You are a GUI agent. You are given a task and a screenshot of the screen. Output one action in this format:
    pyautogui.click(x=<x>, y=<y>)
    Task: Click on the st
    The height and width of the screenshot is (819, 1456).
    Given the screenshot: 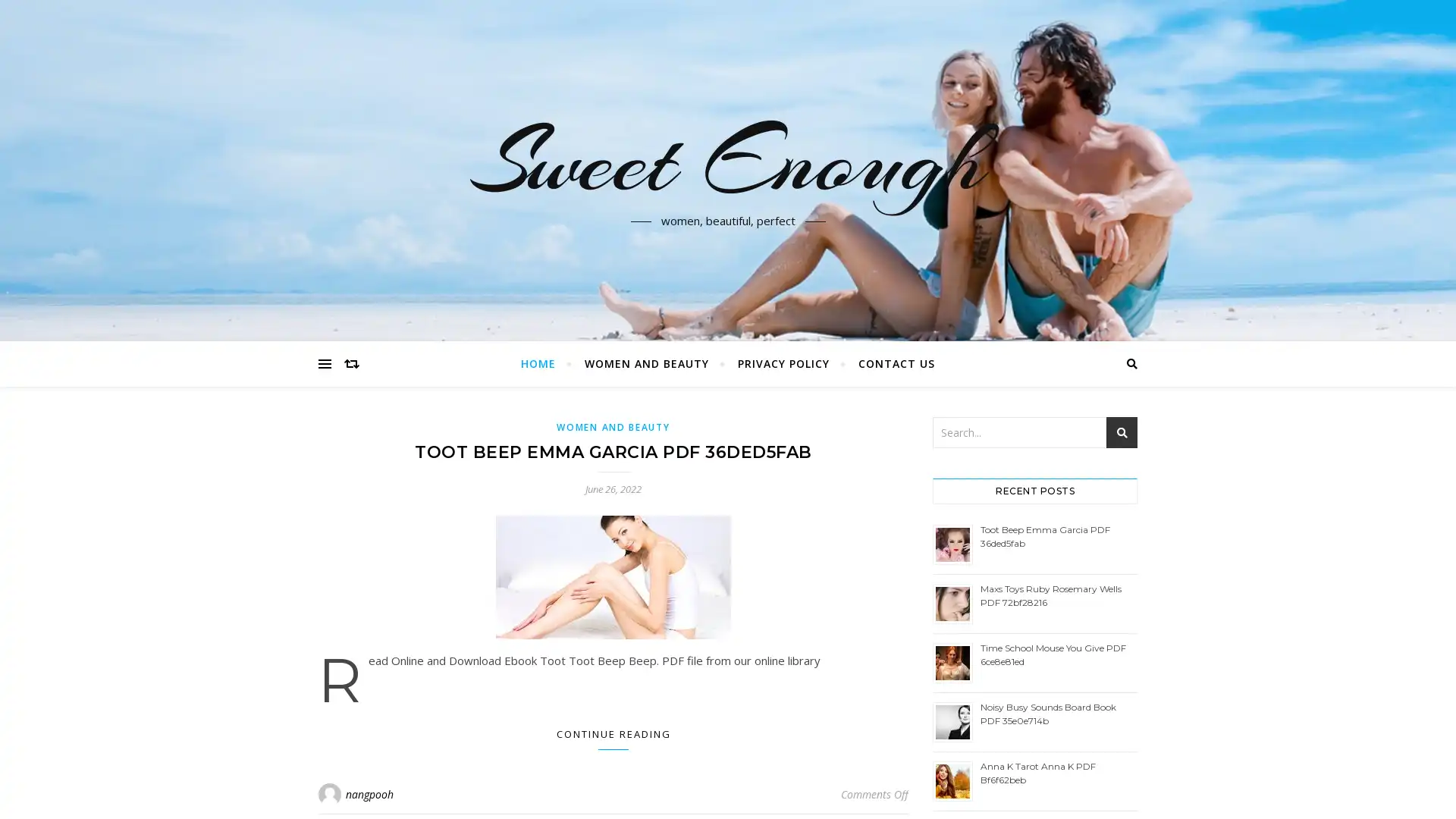 What is the action you would take?
    pyautogui.click(x=1122, y=432)
    